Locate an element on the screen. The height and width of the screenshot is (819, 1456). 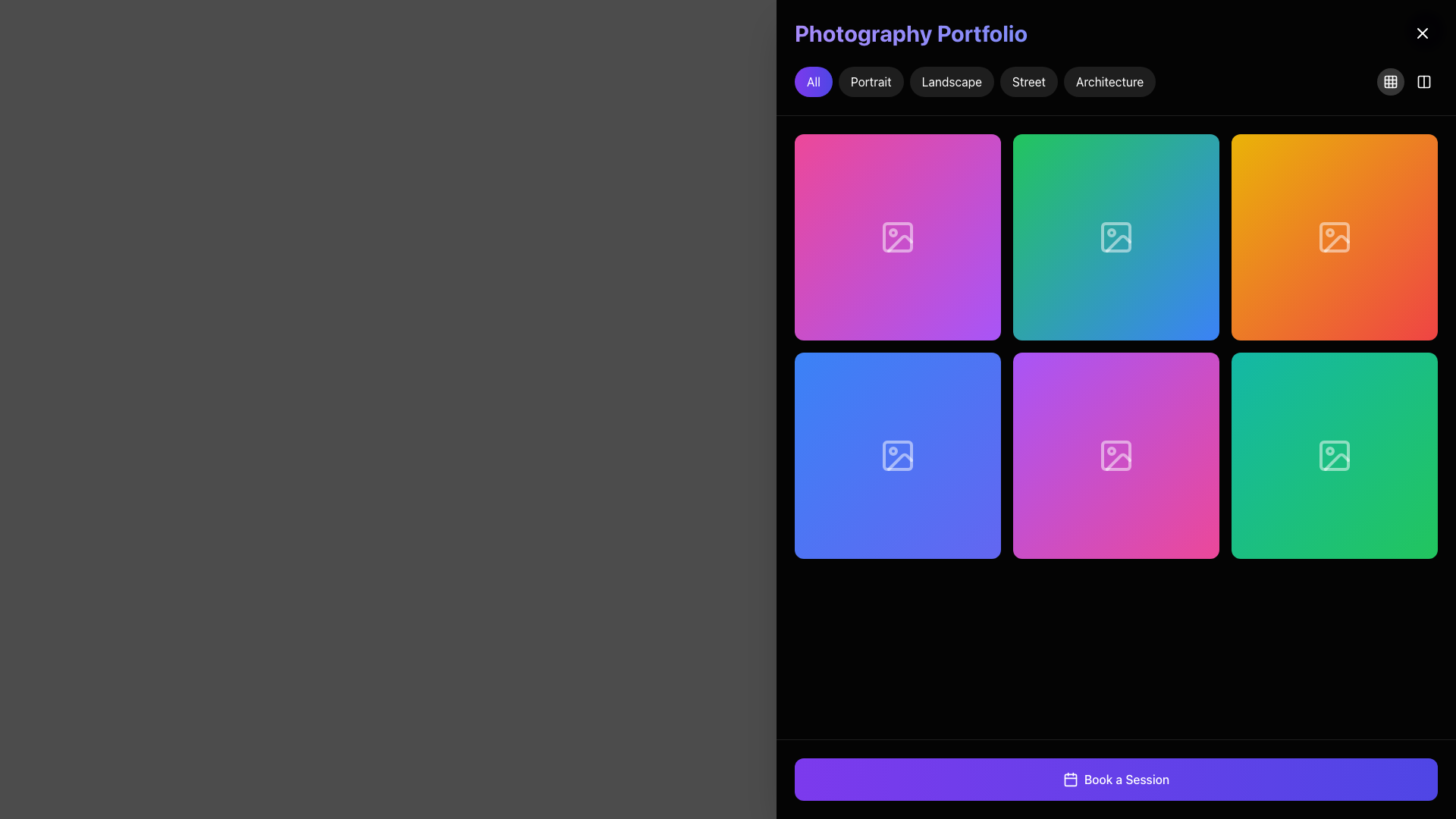
the centrally aligned icon in the second card of the second row within the 3x3 grid layout on the right pane is located at coordinates (898, 455).